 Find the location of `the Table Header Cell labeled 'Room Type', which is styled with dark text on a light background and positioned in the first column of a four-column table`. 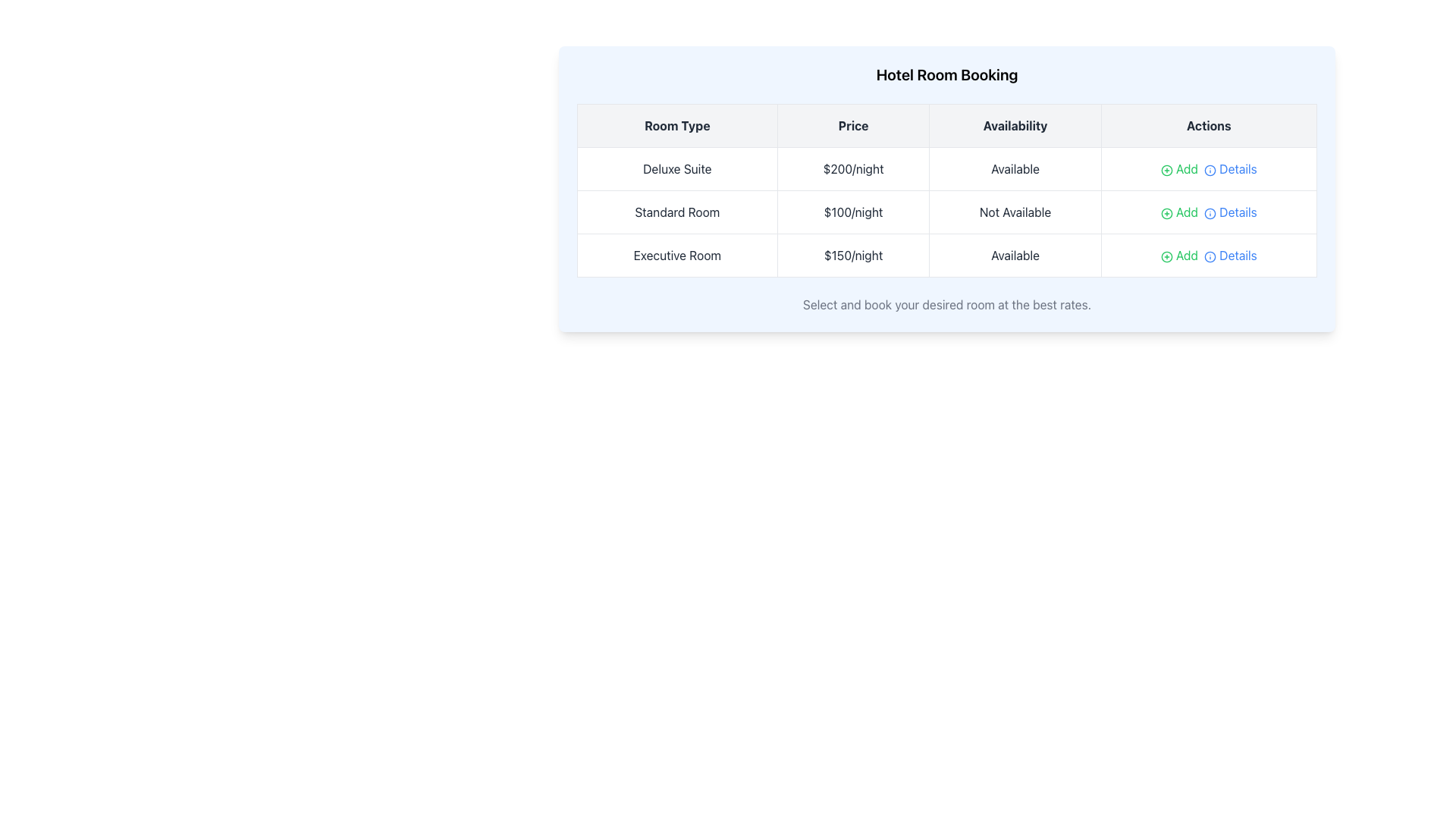

the Table Header Cell labeled 'Room Type', which is styled with dark text on a light background and positioned in the first column of a four-column table is located at coordinates (676, 124).